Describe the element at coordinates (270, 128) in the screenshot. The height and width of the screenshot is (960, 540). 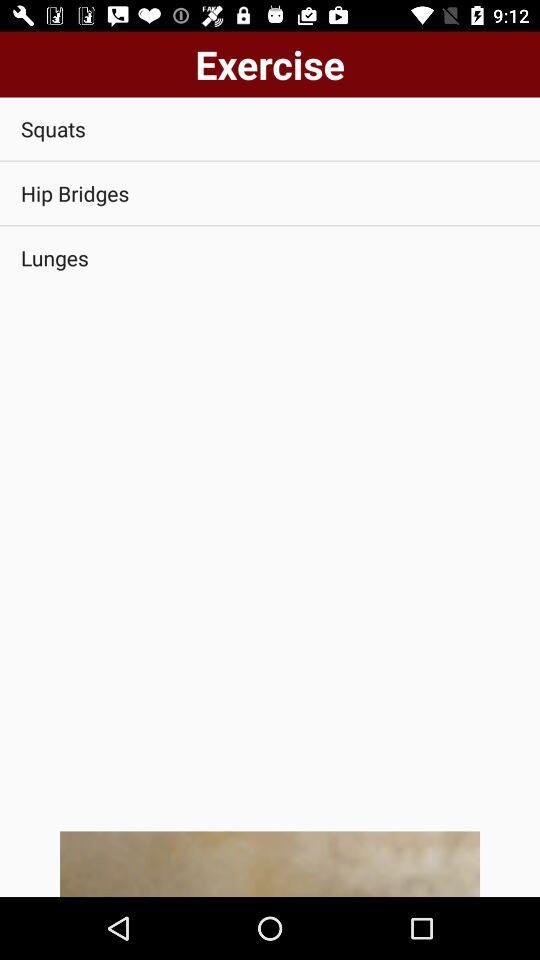
I see `the item above hip bridges` at that location.